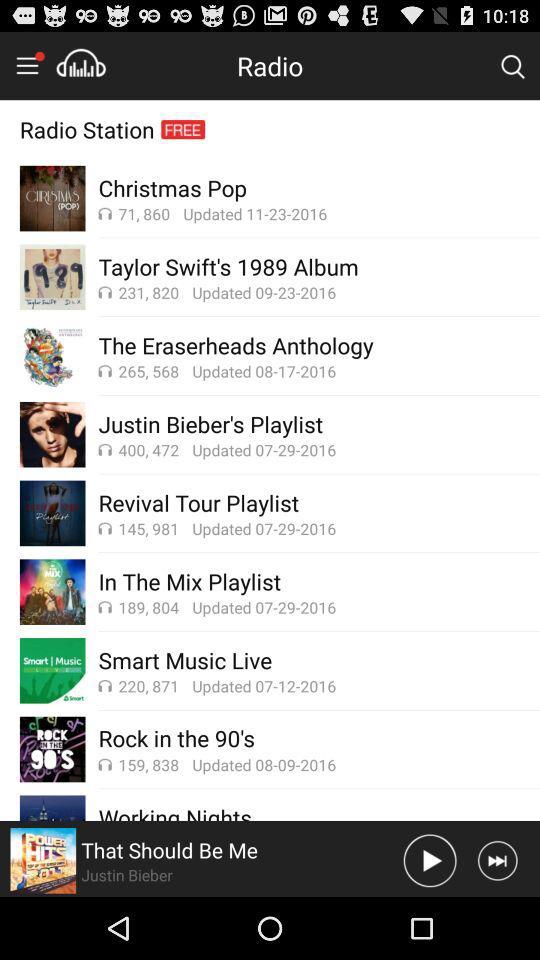 The width and height of the screenshot is (540, 960). What do you see at coordinates (80, 65) in the screenshot?
I see `to playlist` at bounding box center [80, 65].